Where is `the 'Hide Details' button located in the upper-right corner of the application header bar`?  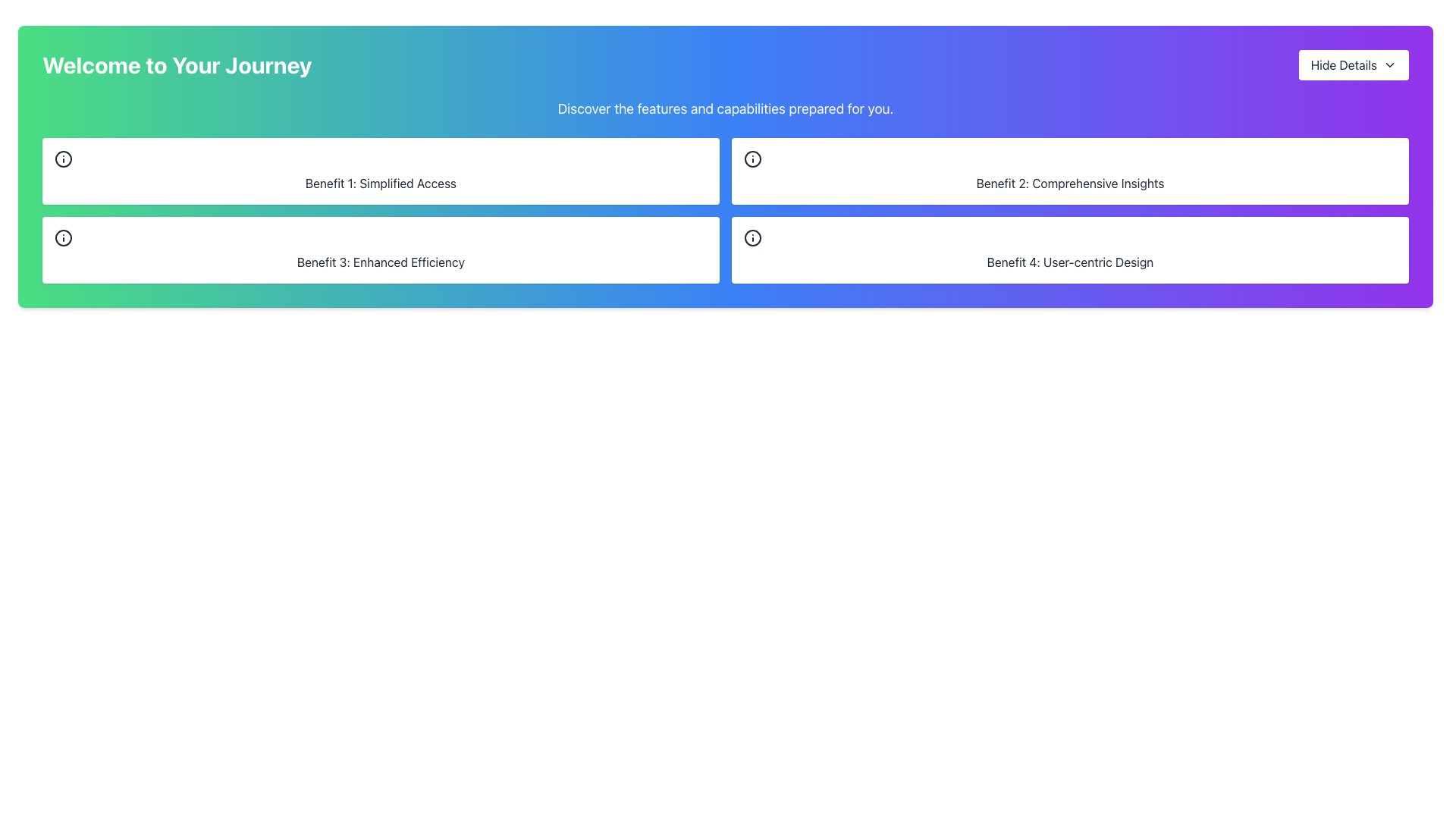 the 'Hide Details' button located in the upper-right corner of the application header bar is located at coordinates (1354, 64).